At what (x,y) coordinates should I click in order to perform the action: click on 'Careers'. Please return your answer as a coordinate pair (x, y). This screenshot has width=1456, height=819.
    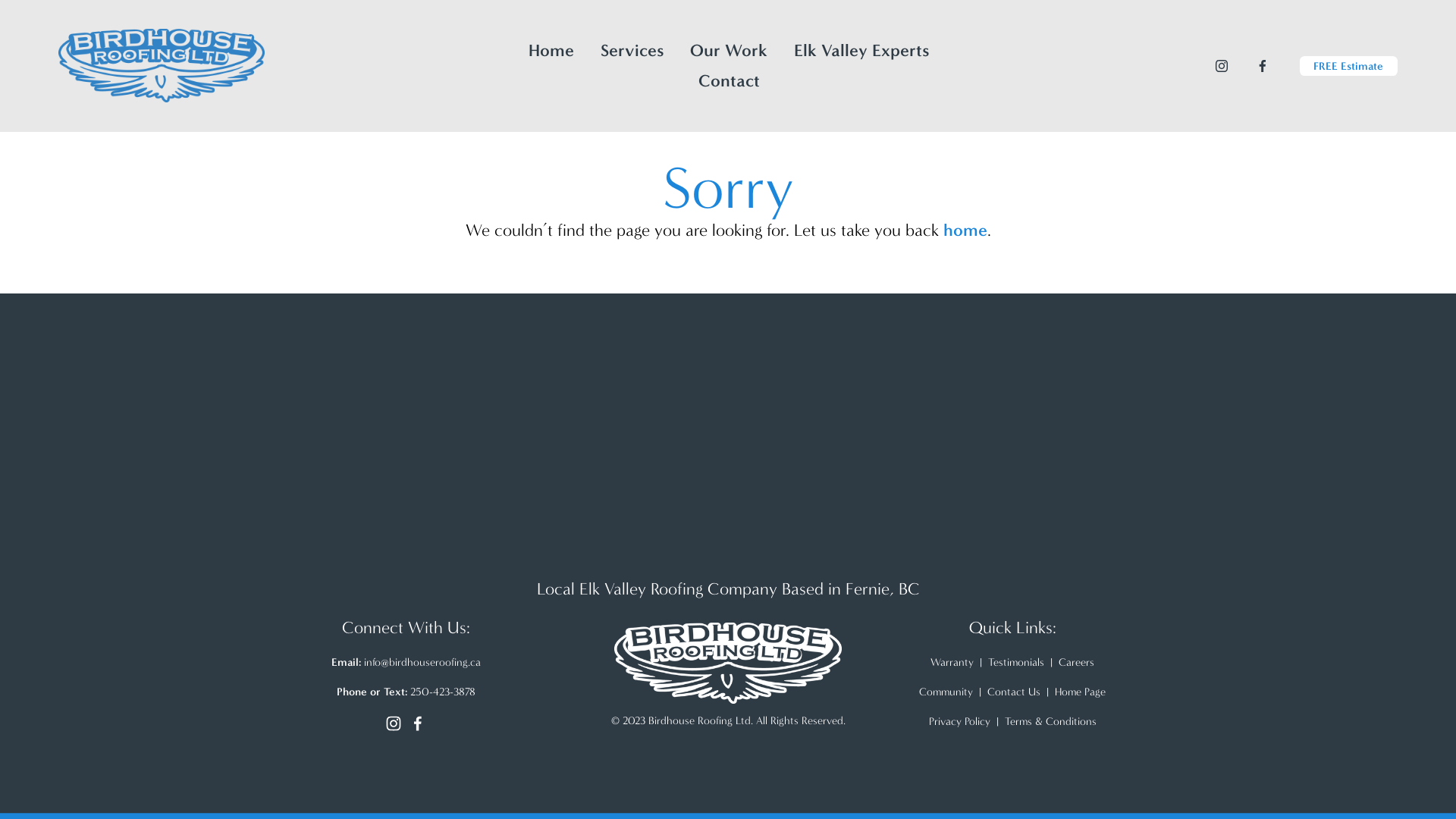
    Looking at the image, I should click on (1075, 661).